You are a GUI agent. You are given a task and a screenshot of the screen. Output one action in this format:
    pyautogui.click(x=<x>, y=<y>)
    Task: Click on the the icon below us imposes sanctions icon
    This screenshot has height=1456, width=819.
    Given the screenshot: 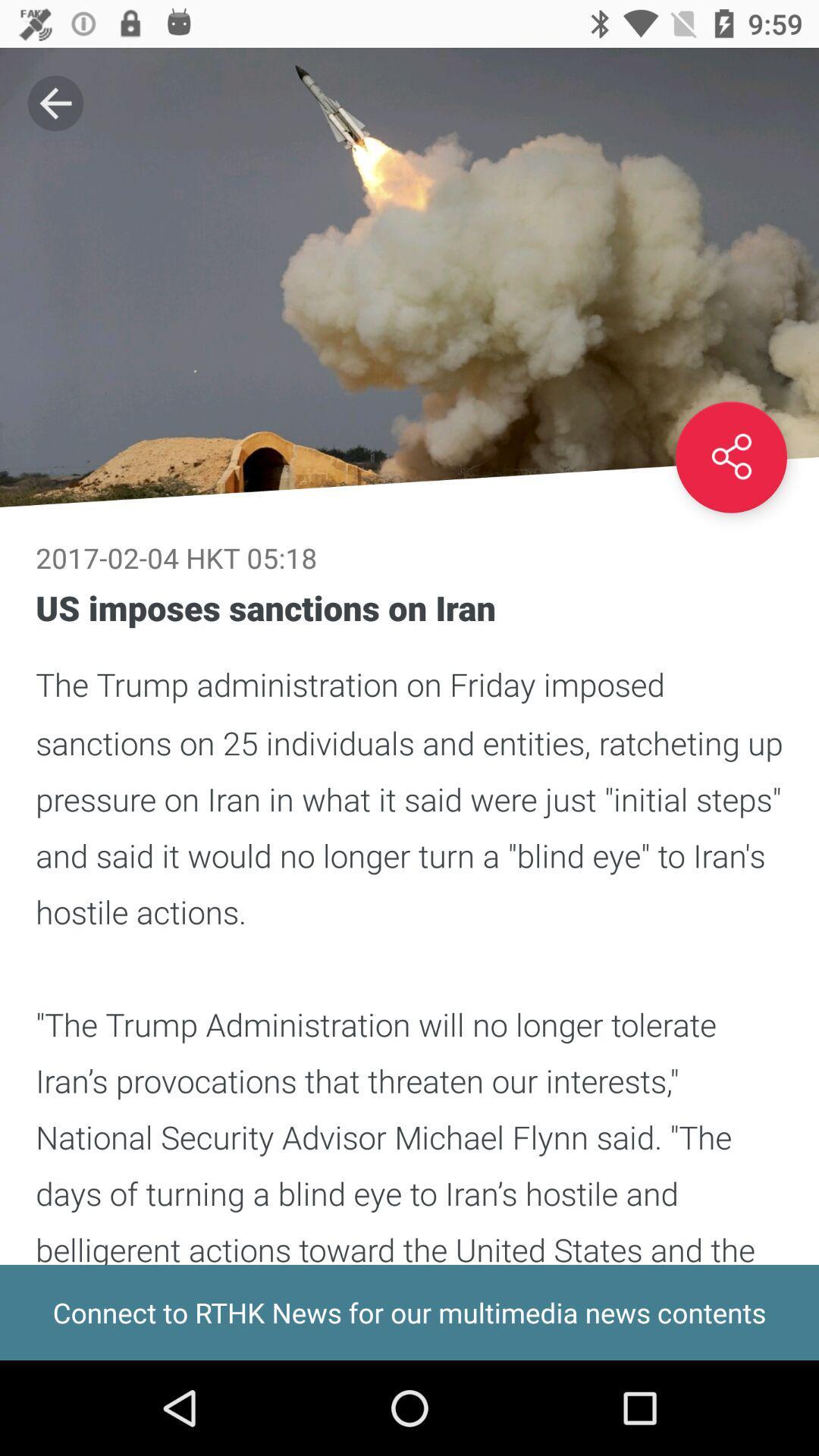 What is the action you would take?
    pyautogui.click(x=409, y=1312)
    